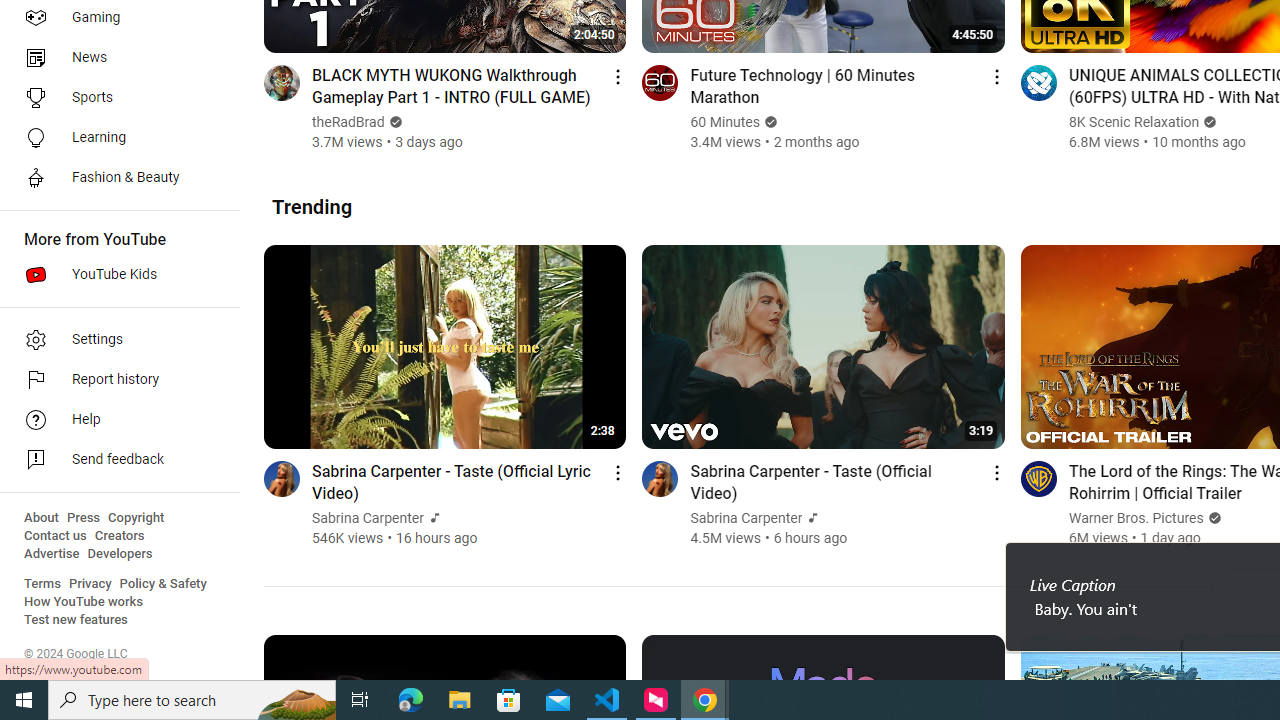  I want to click on 'Privacy', so click(89, 584).